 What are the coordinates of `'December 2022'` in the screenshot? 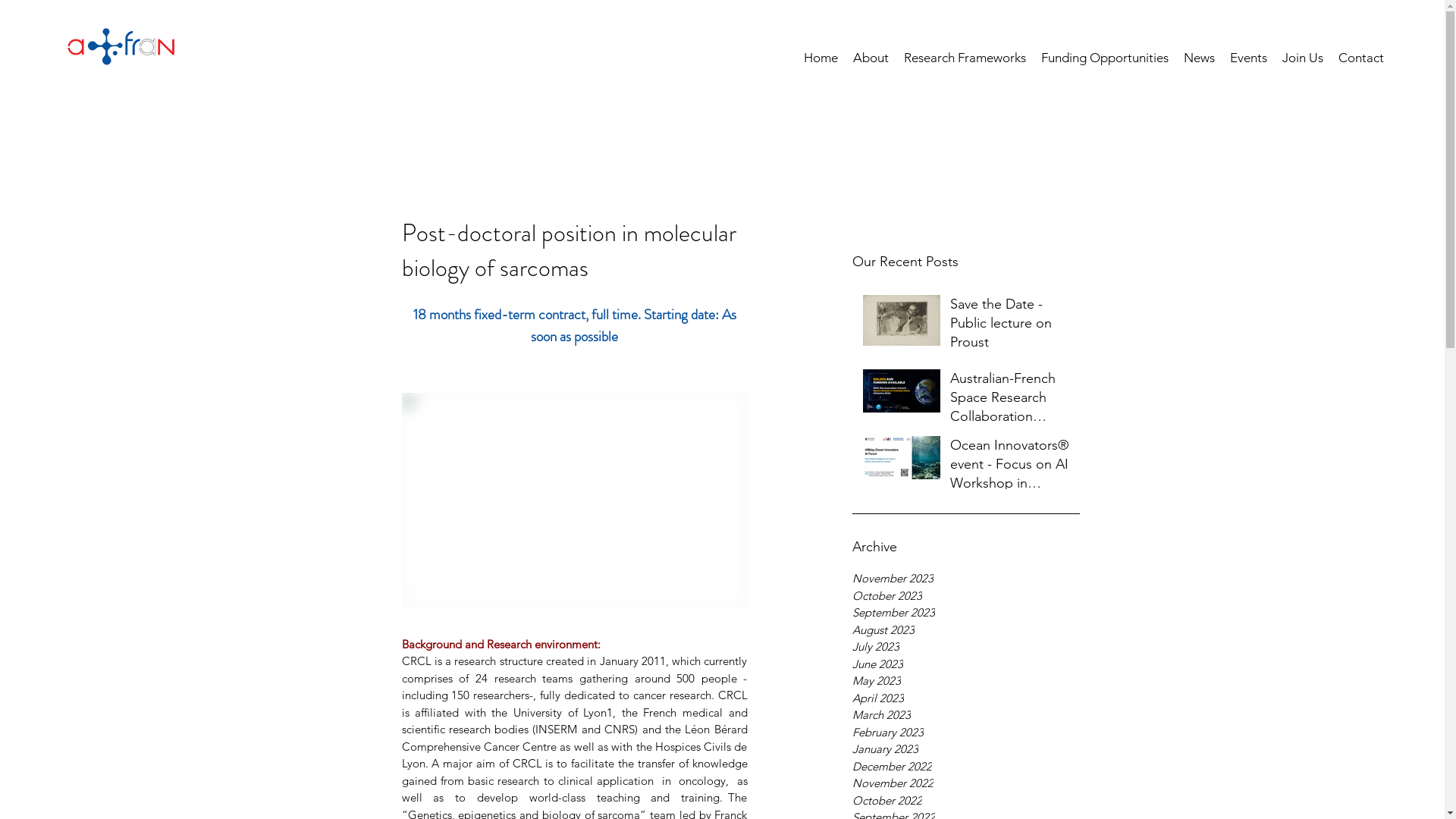 It's located at (965, 767).